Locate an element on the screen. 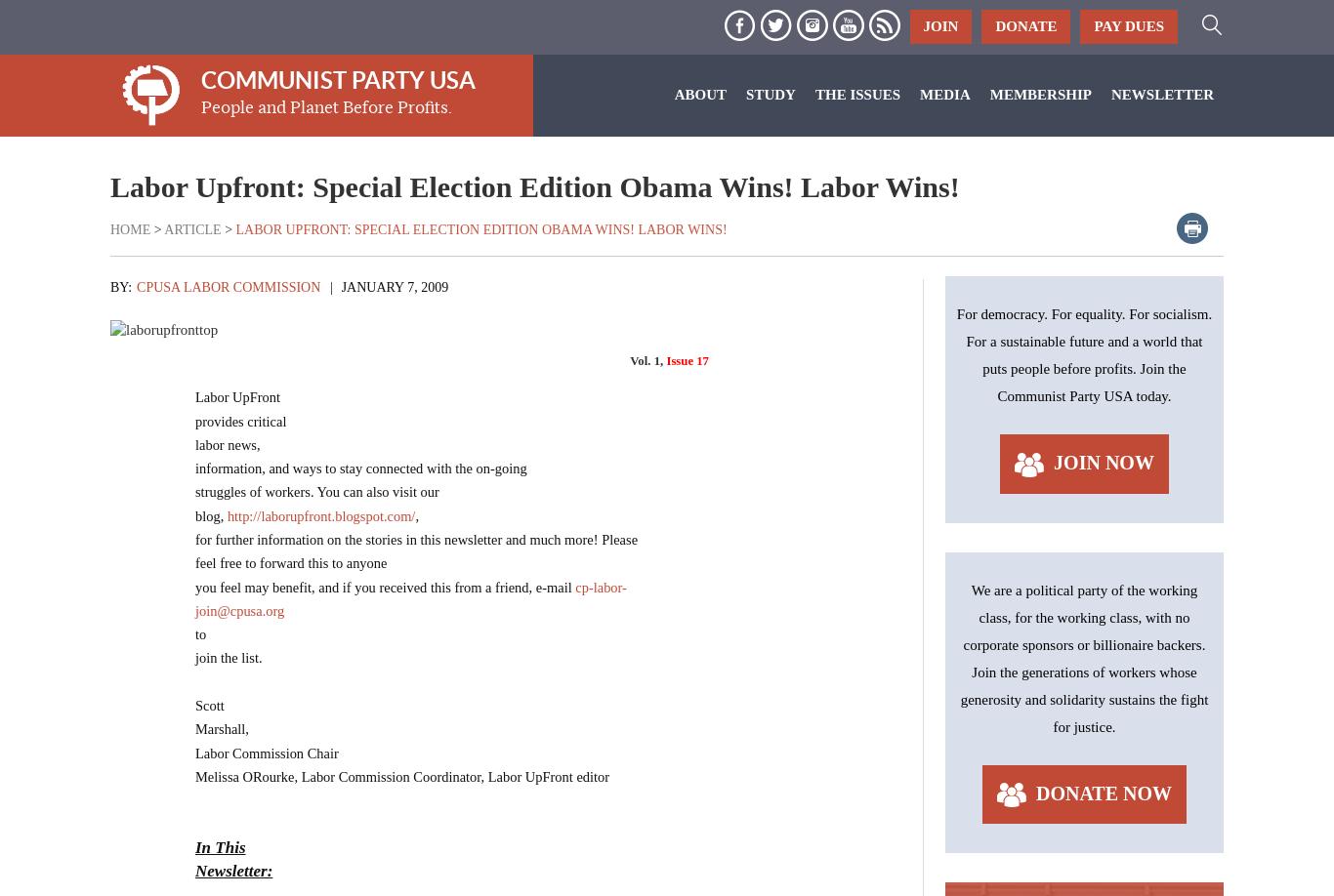  'Donate Now' is located at coordinates (1102, 791).